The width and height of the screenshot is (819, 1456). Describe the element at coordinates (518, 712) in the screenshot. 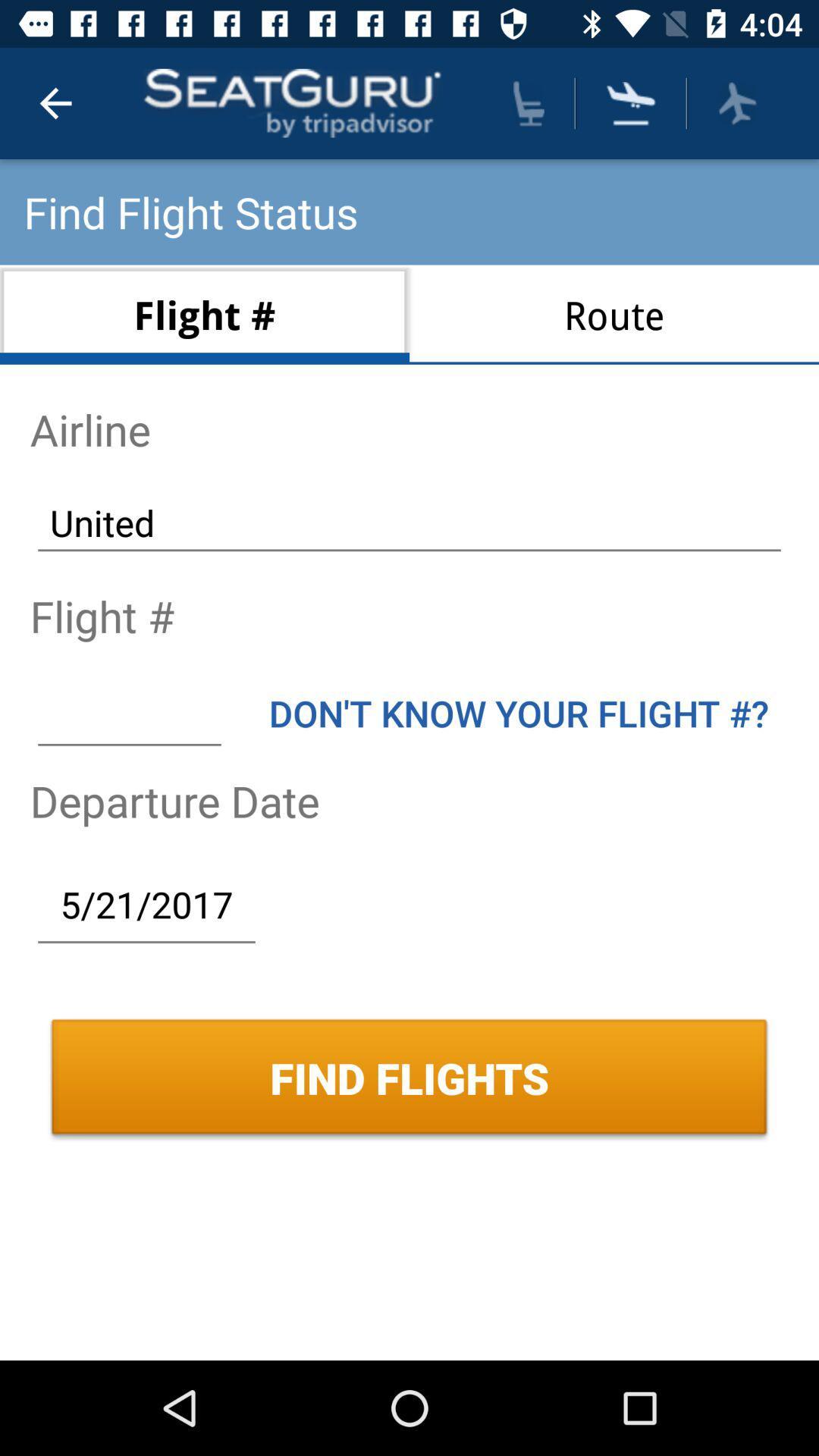

I see `item above departure date item` at that location.